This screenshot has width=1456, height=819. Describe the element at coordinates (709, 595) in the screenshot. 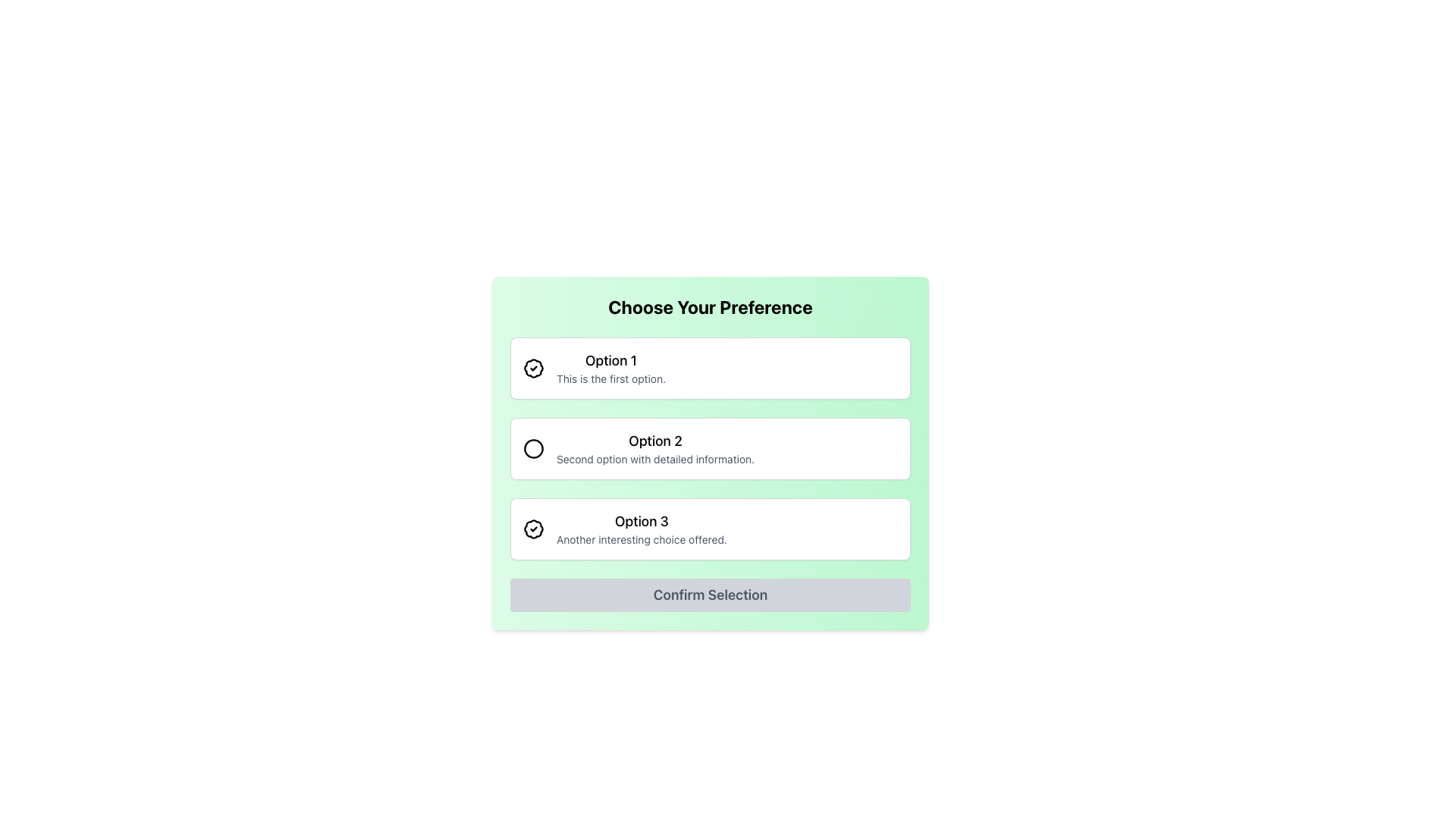

I see `the confirmation button located below the 'Choose Your Preference' options` at that location.